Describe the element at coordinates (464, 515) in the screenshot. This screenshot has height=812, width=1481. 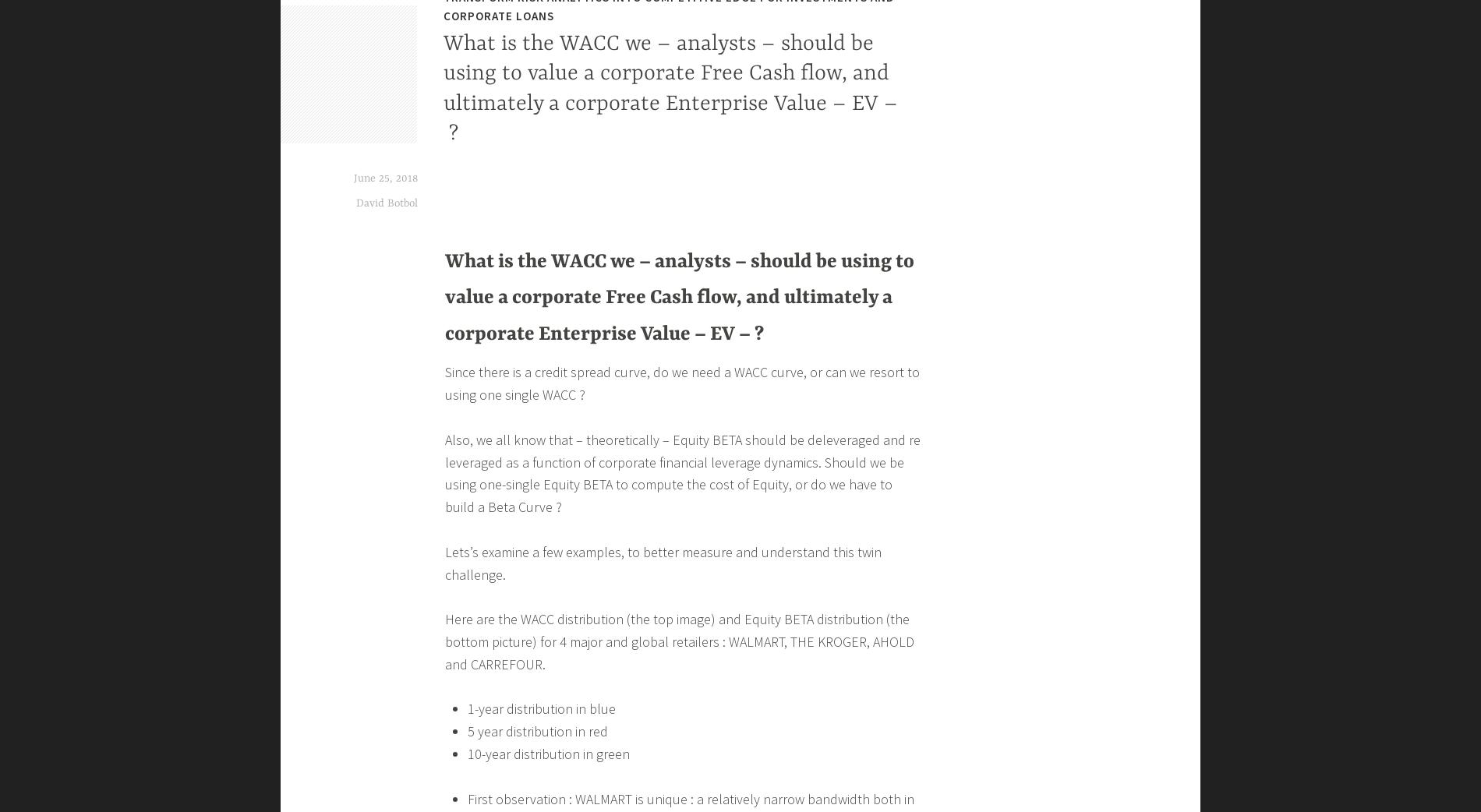
I see `'Loading...'` at that location.